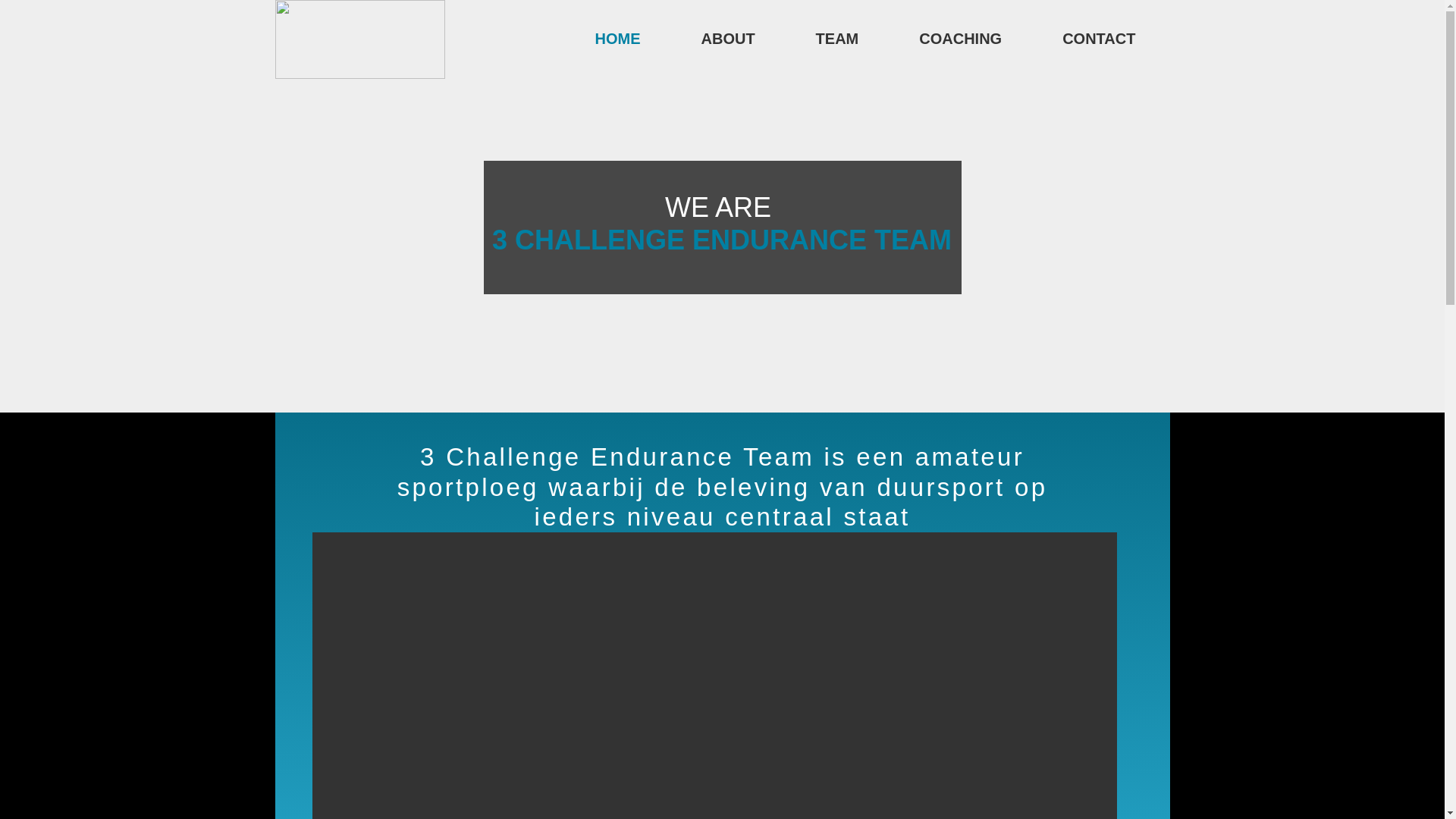 This screenshot has width=1456, height=819. Describe the element at coordinates (1099, 38) in the screenshot. I see `'CONTACT'` at that location.